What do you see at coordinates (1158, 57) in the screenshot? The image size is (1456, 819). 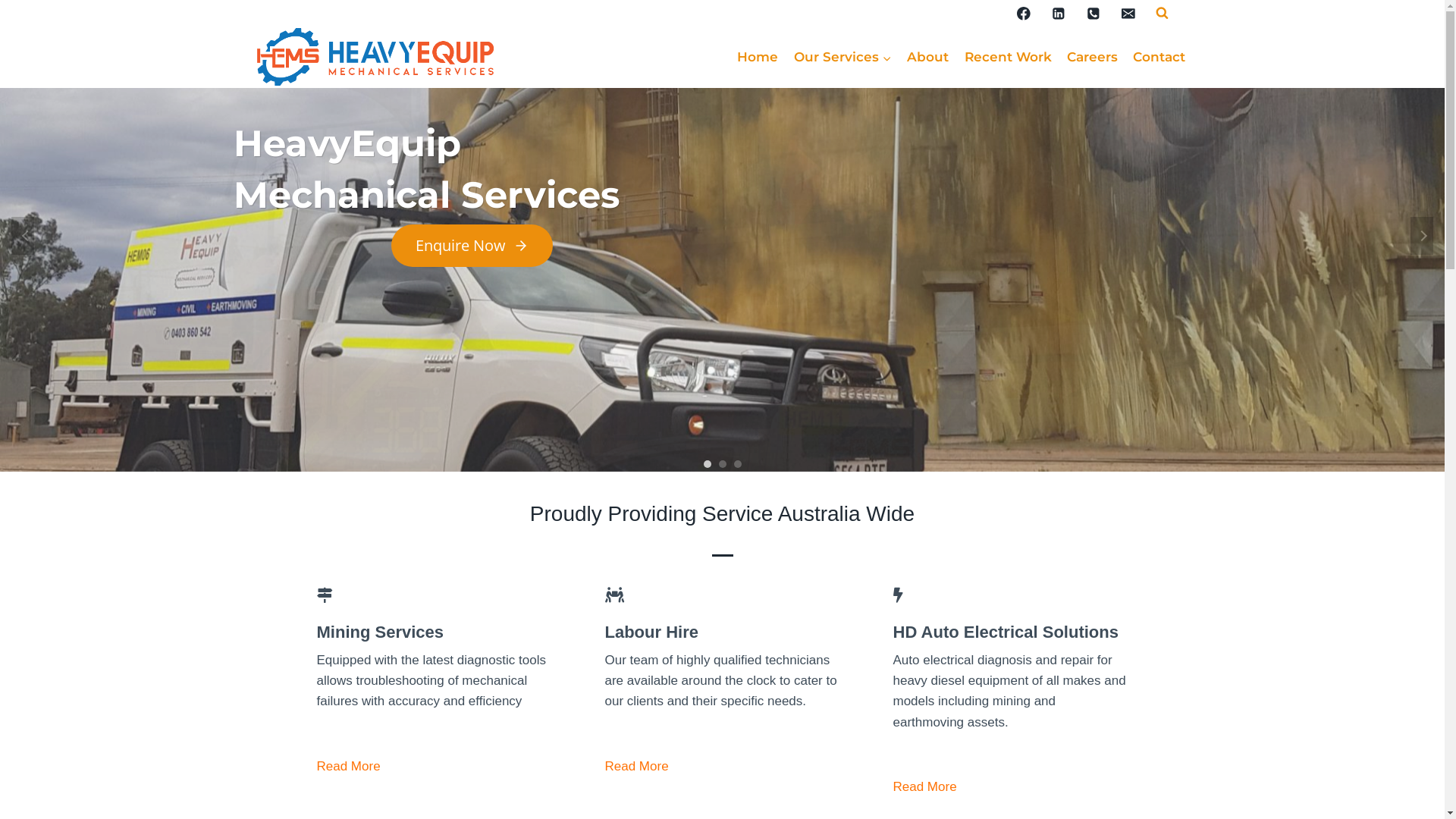 I see `'Contact'` at bounding box center [1158, 57].